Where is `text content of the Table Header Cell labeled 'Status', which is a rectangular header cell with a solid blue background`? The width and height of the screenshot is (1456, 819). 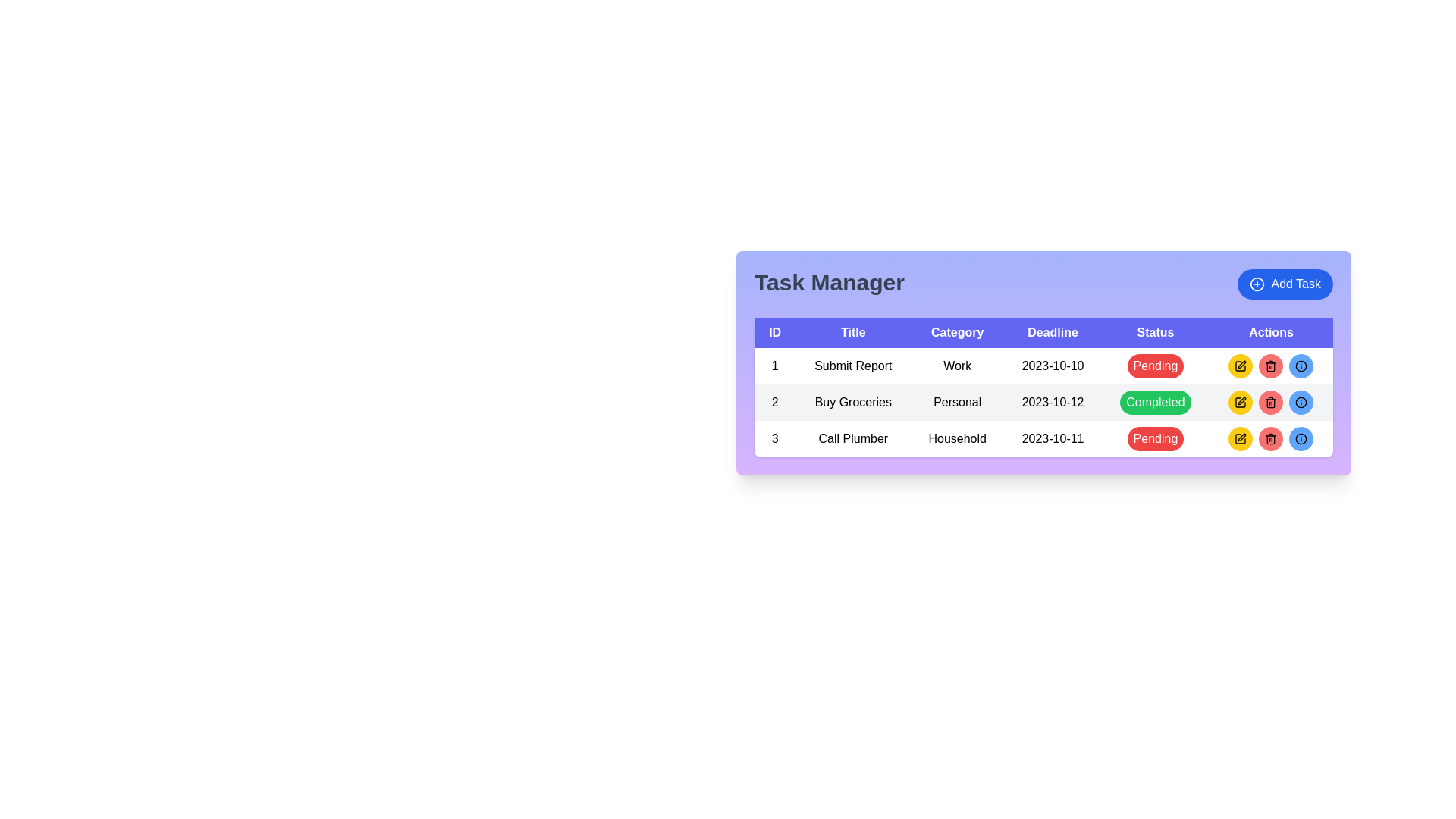 text content of the Table Header Cell labeled 'Status', which is a rectangular header cell with a solid blue background is located at coordinates (1154, 332).